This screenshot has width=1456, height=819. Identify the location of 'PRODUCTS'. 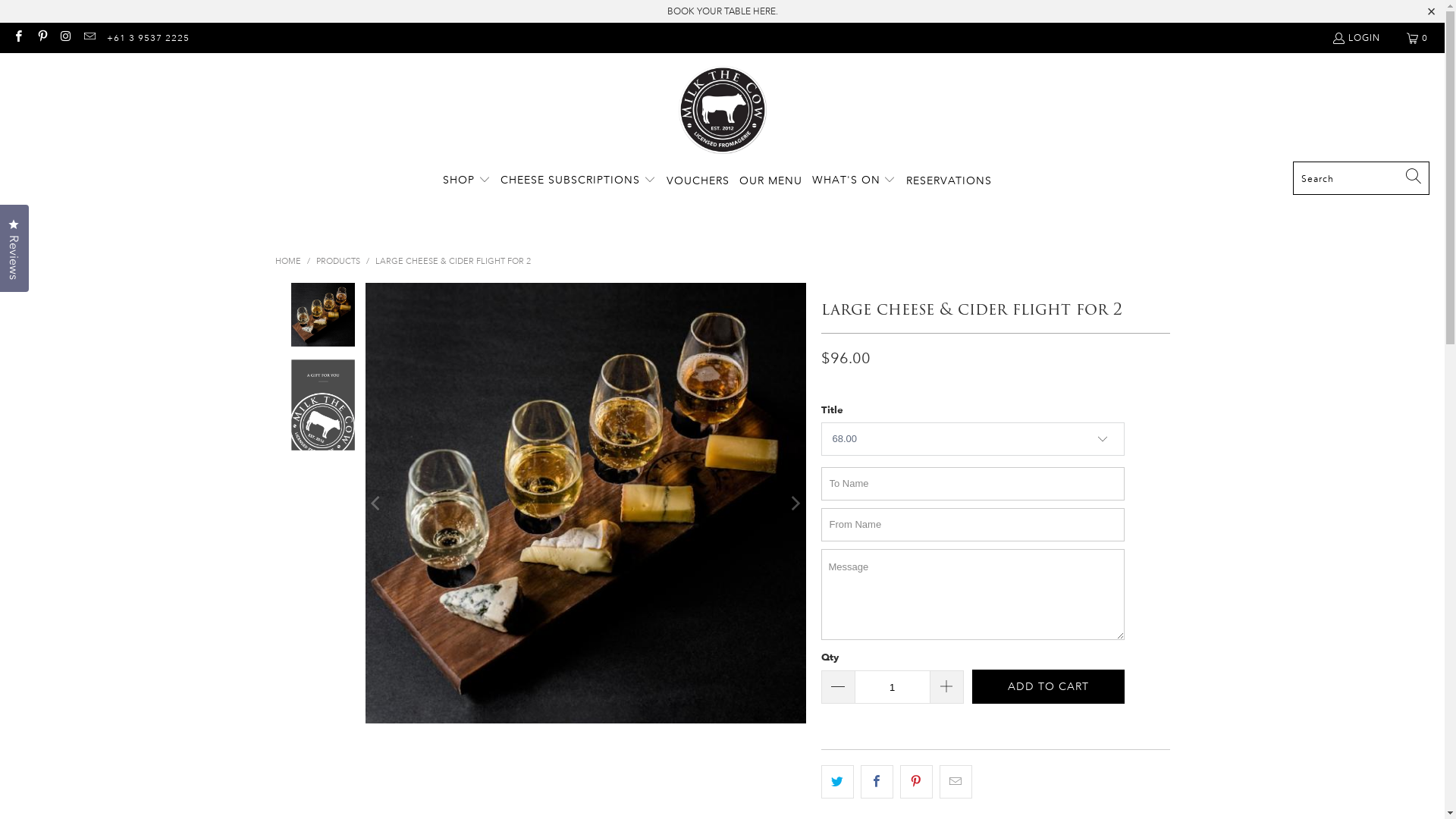
(315, 260).